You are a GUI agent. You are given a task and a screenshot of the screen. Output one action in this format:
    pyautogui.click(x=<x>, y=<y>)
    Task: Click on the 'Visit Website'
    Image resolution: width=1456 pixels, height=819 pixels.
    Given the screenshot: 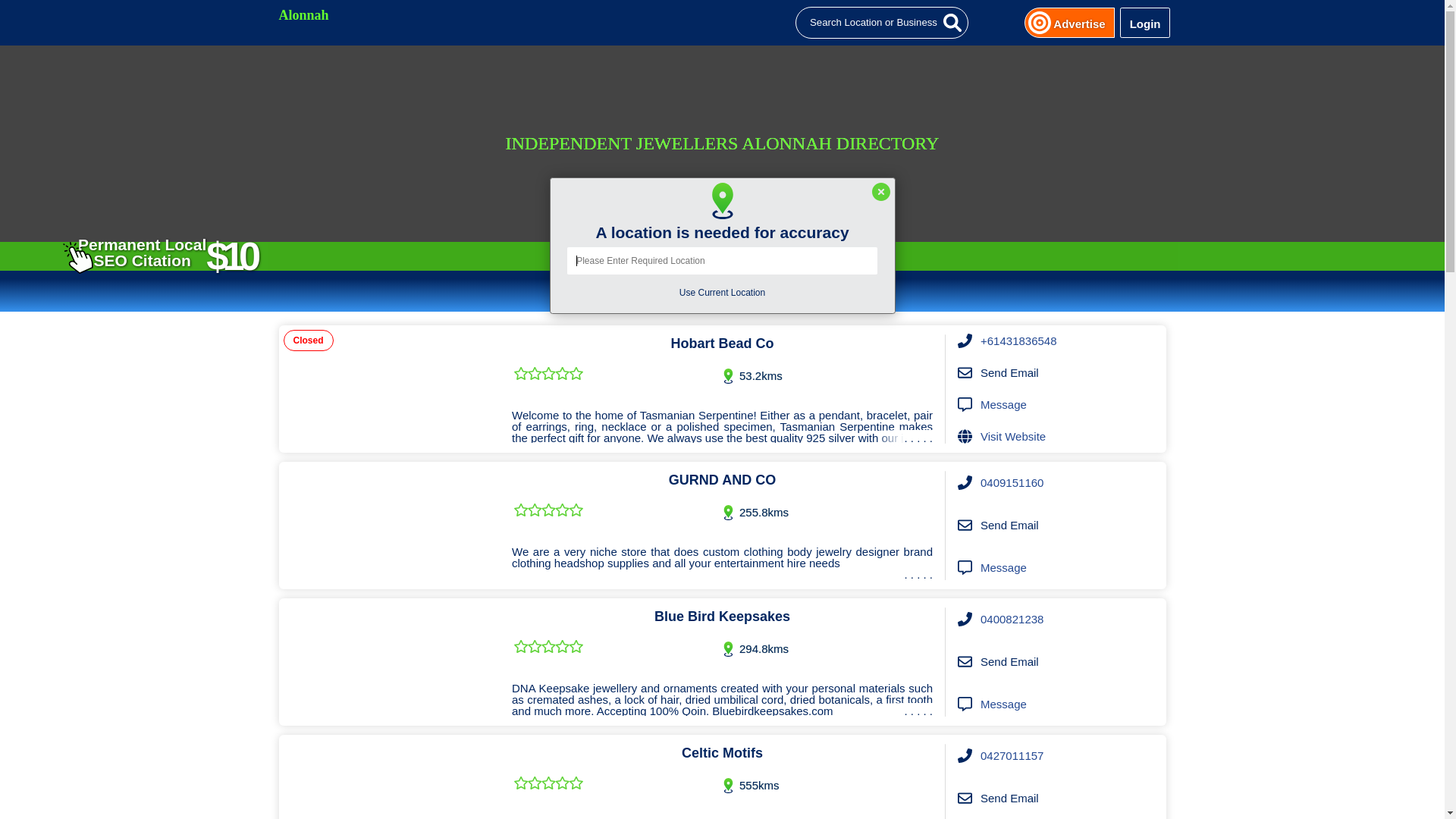 What is the action you would take?
    pyautogui.click(x=1012, y=436)
    